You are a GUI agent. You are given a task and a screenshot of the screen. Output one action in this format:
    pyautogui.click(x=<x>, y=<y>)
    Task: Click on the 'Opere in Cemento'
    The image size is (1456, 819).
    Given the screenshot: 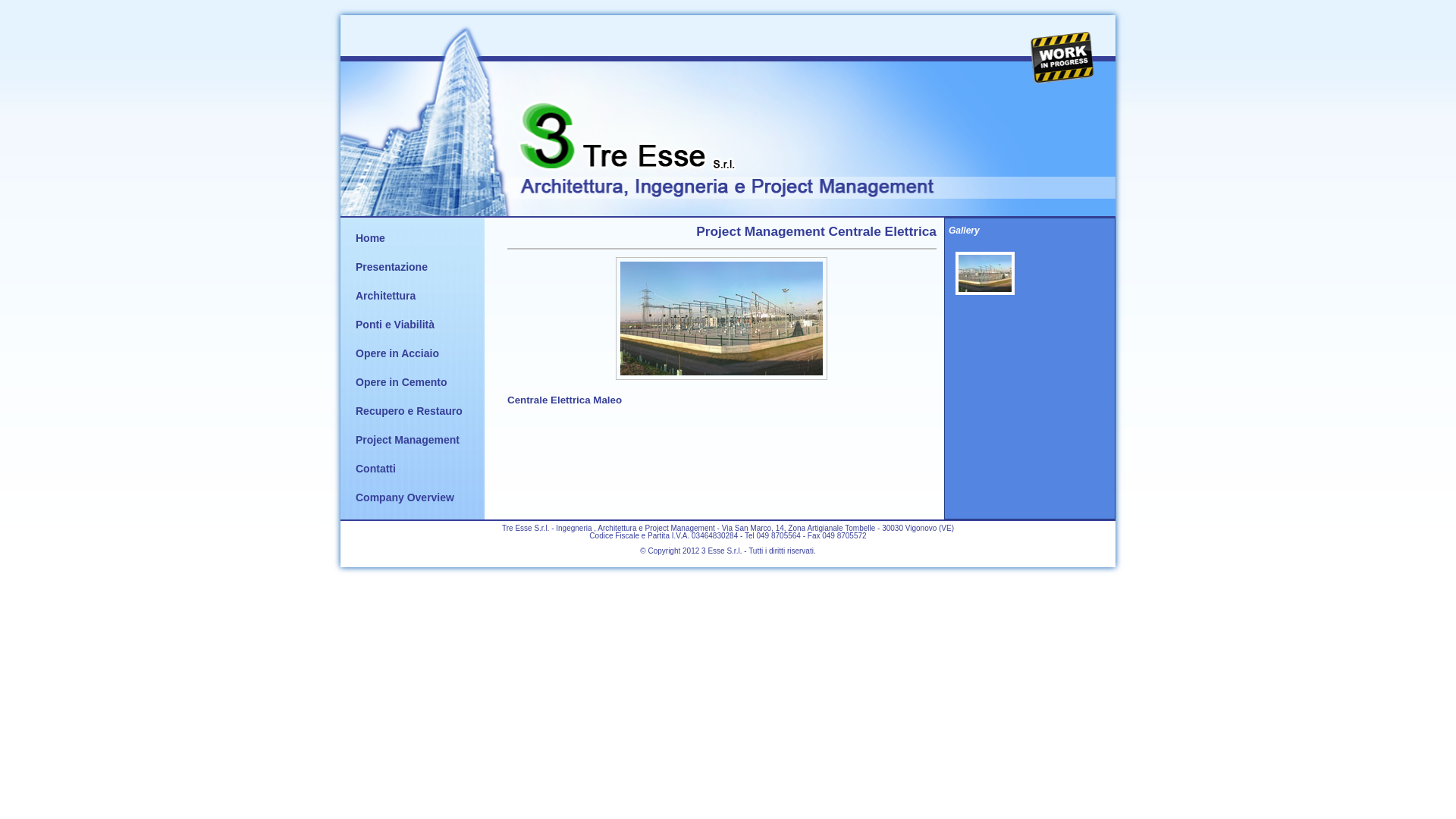 What is the action you would take?
    pyautogui.click(x=401, y=381)
    